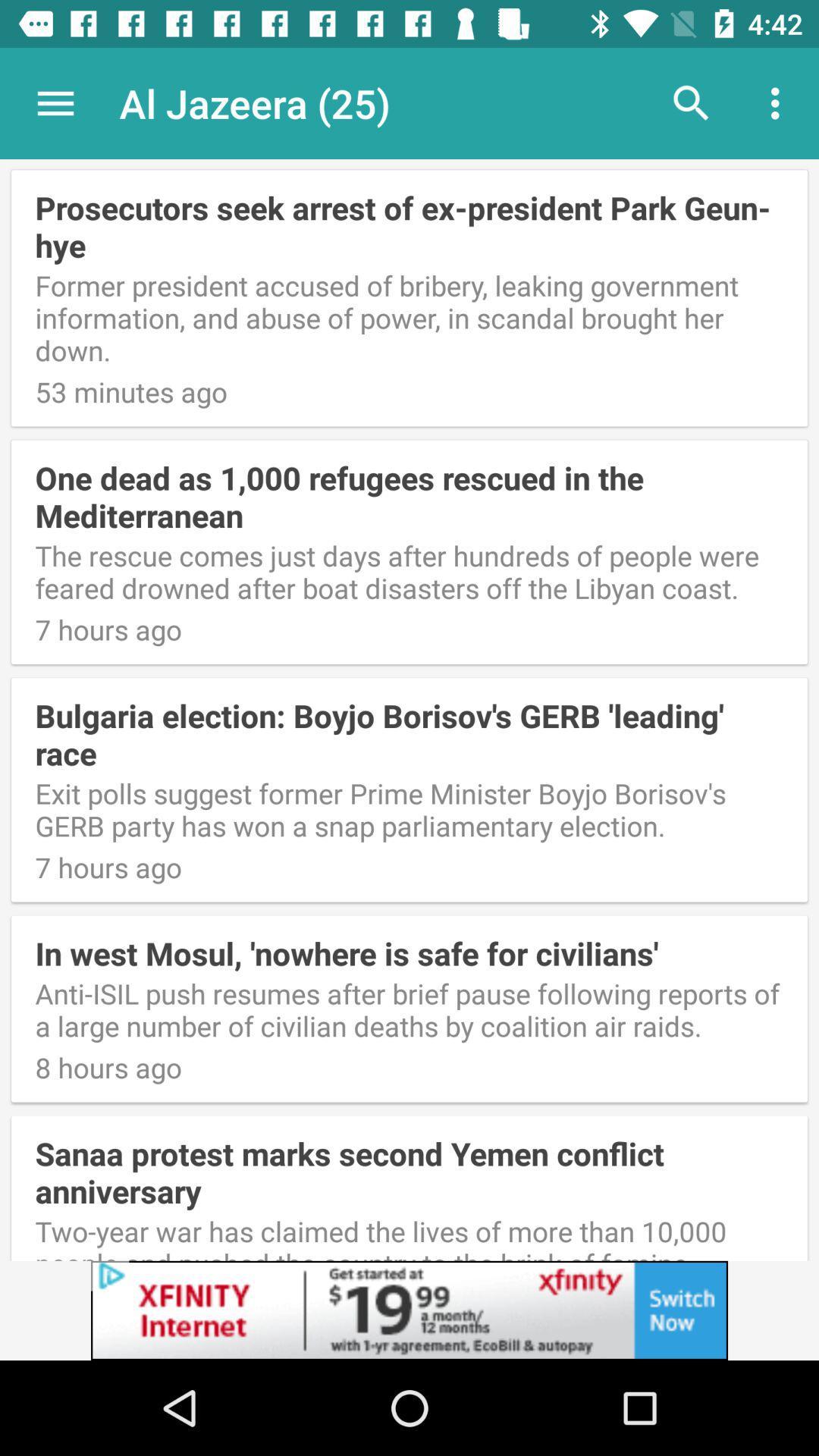  I want to click on the app above the prosecutors seek arrest item, so click(409, 105).